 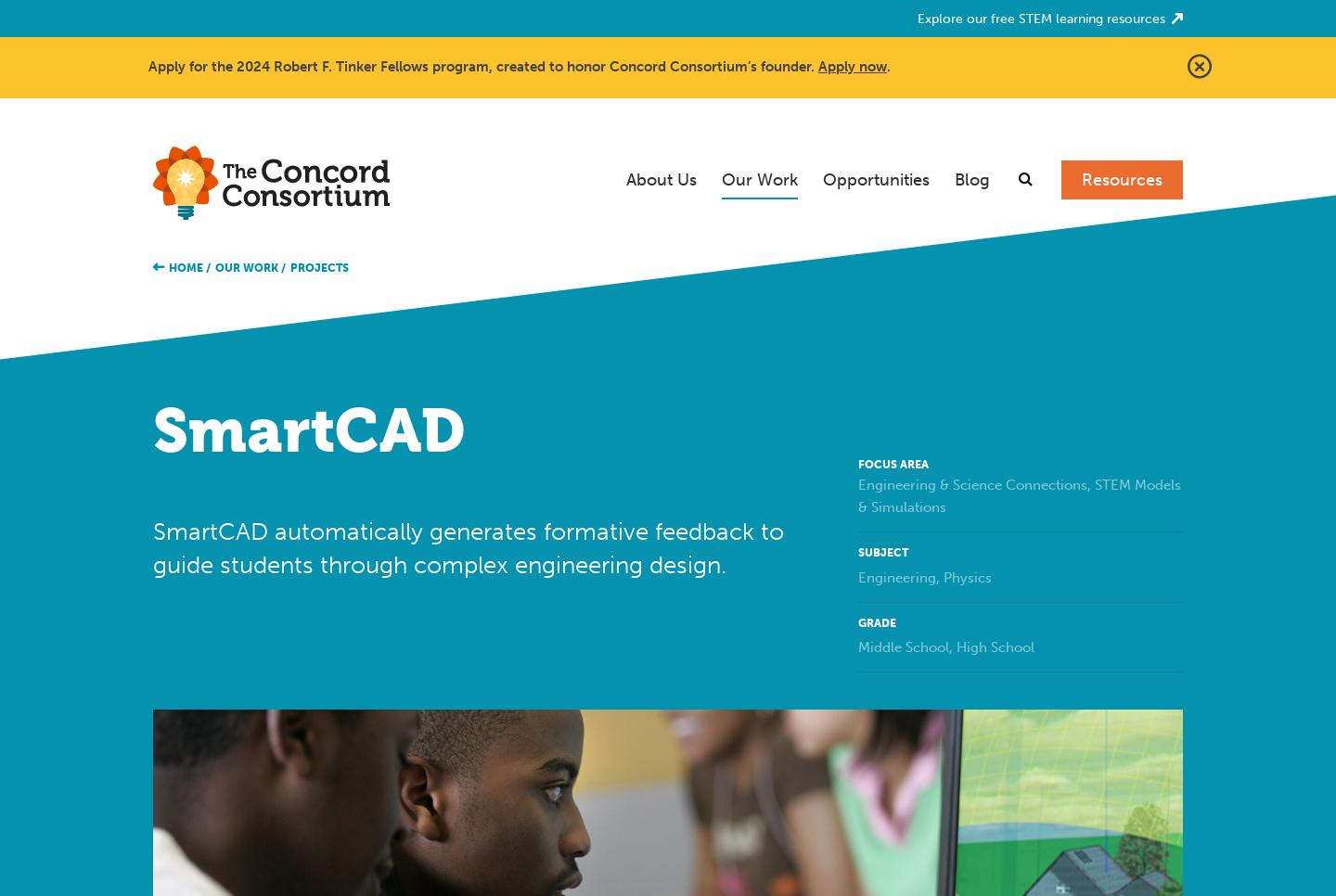 I want to click on 'Focus Areas', so click(x=778, y=237).